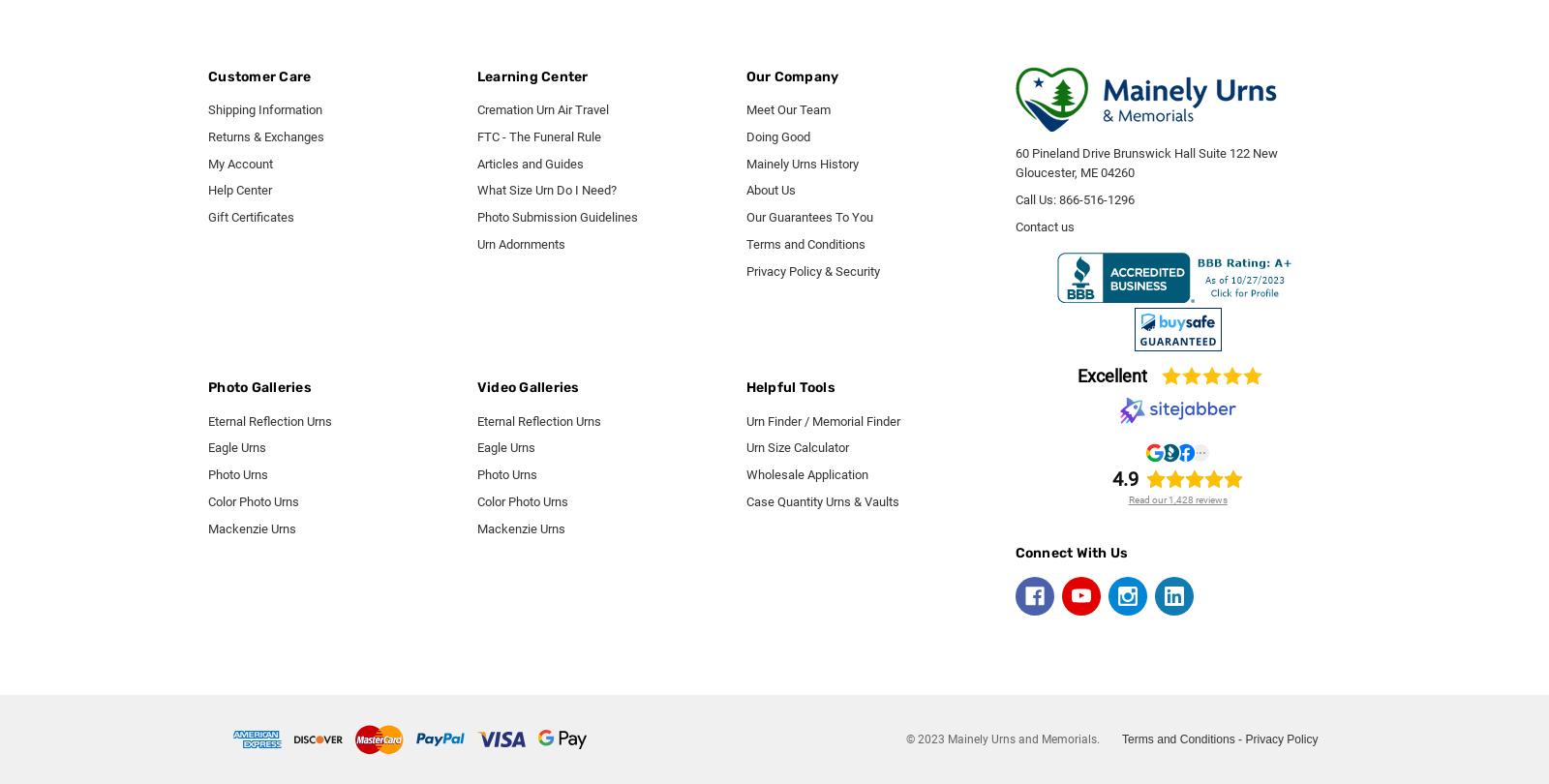 The height and width of the screenshot is (784, 1549). What do you see at coordinates (259, 75) in the screenshot?
I see `'Customer Care'` at bounding box center [259, 75].